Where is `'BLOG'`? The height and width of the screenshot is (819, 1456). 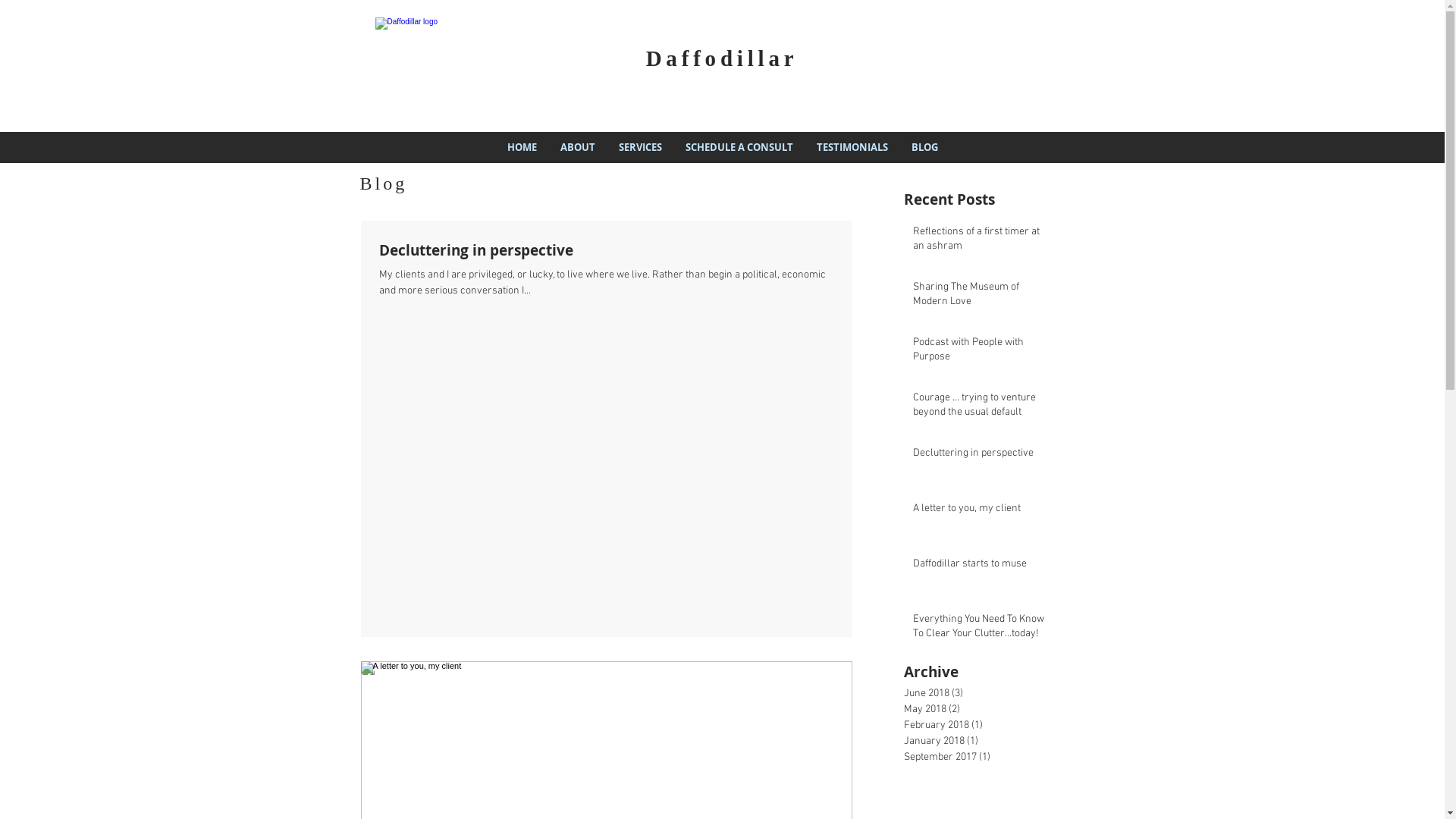 'BLOG' is located at coordinates (924, 147).